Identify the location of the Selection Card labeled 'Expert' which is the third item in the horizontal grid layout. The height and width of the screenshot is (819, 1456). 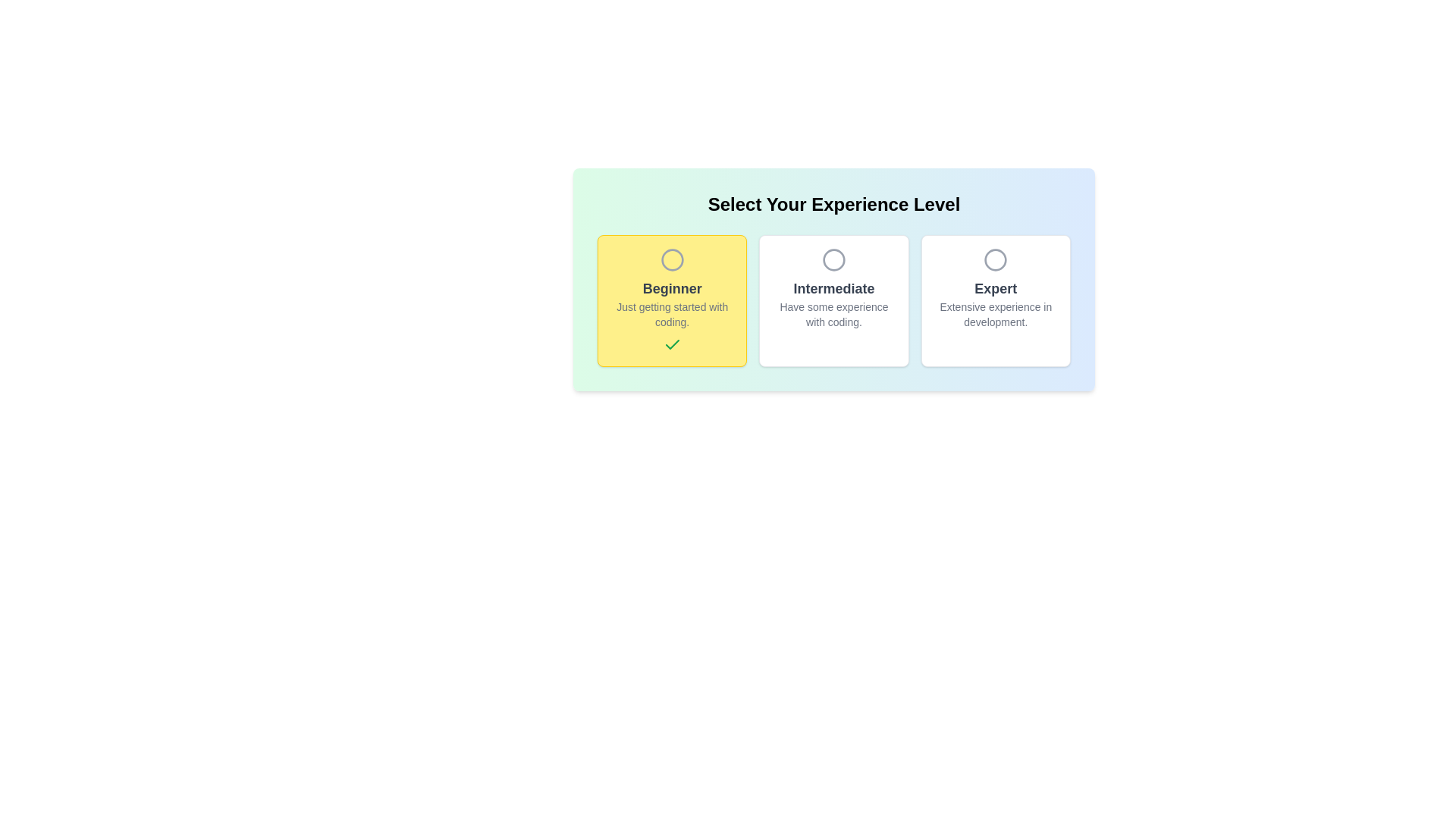
(996, 301).